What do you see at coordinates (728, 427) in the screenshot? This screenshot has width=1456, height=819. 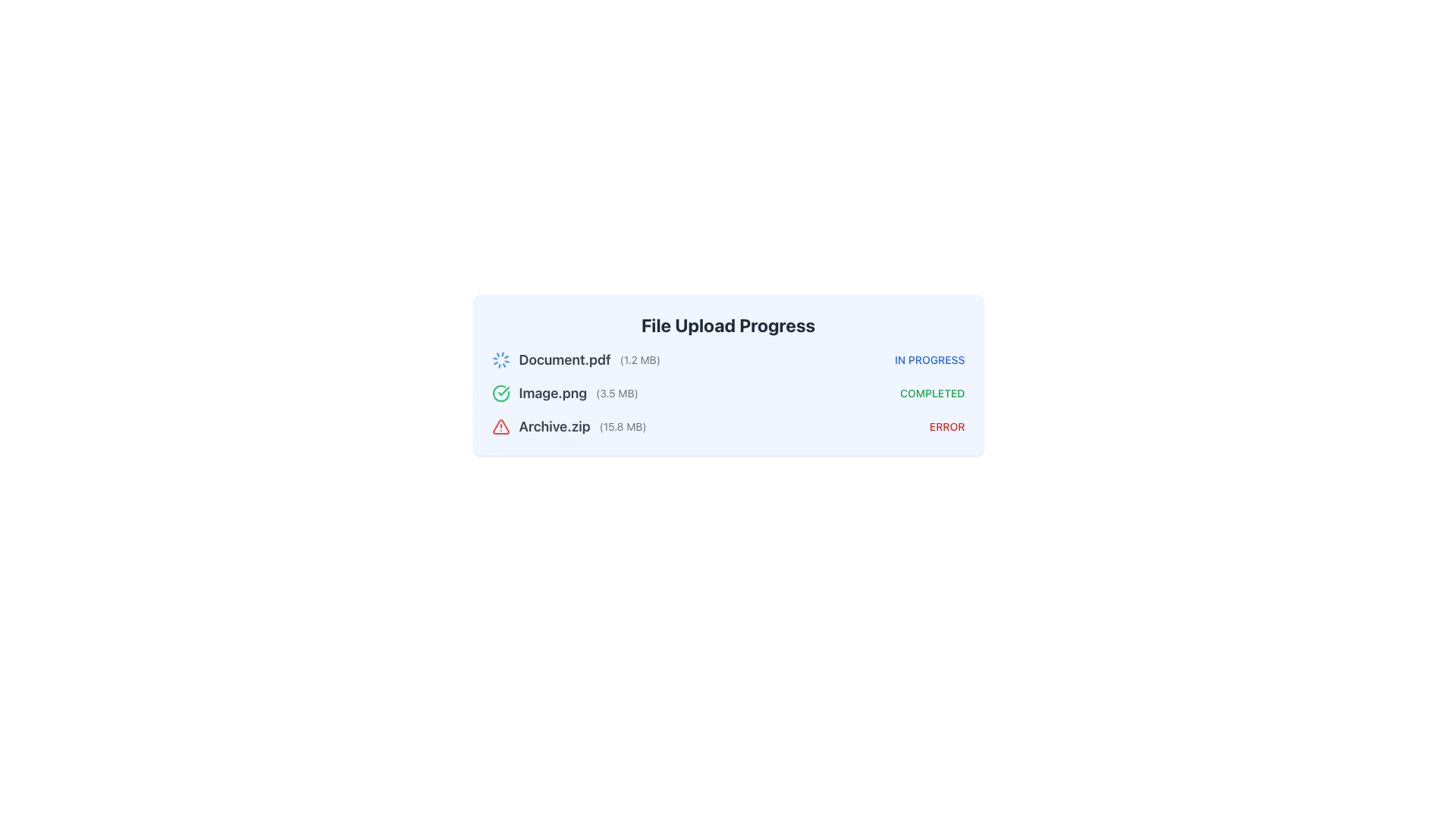 I see `status information of the file labeled 'Archive.zip' indicated by the List Item showing 'ERROR' in the file upload interface` at bounding box center [728, 427].